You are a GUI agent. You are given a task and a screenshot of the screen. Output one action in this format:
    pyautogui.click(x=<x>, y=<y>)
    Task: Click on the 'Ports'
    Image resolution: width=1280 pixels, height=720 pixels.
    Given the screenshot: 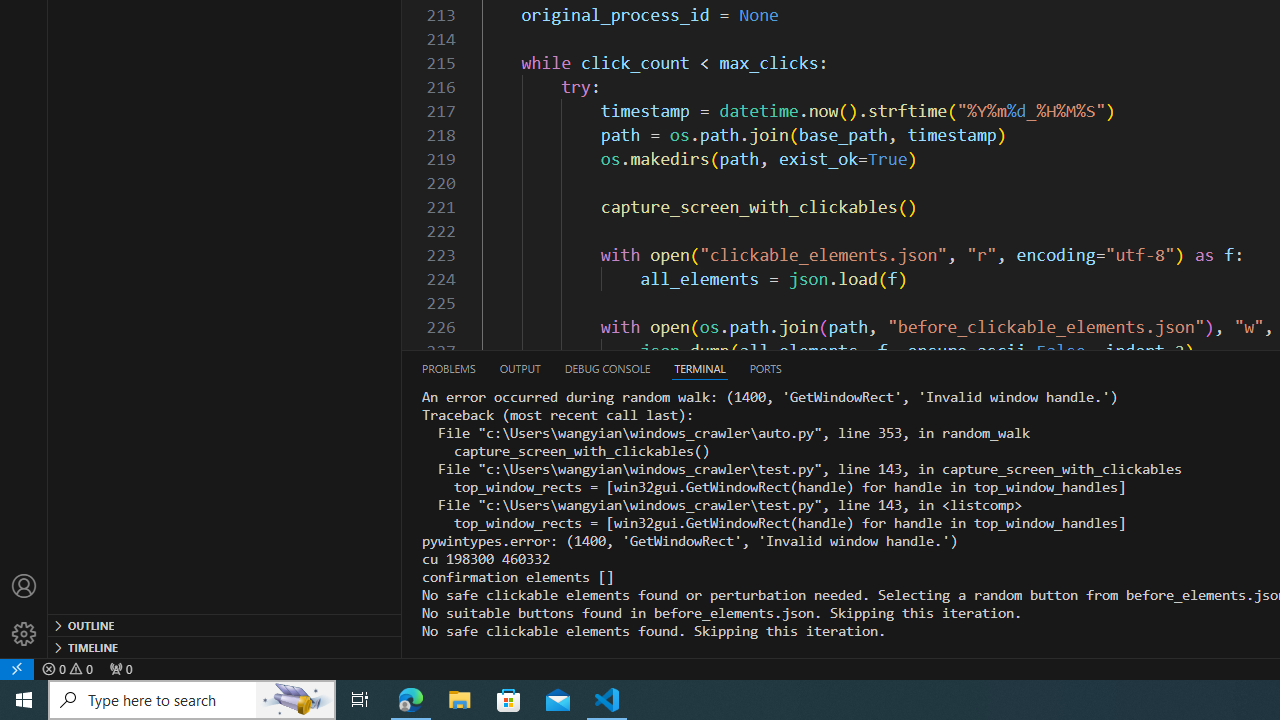 What is the action you would take?
    pyautogui.click(x=764, y=368)
    